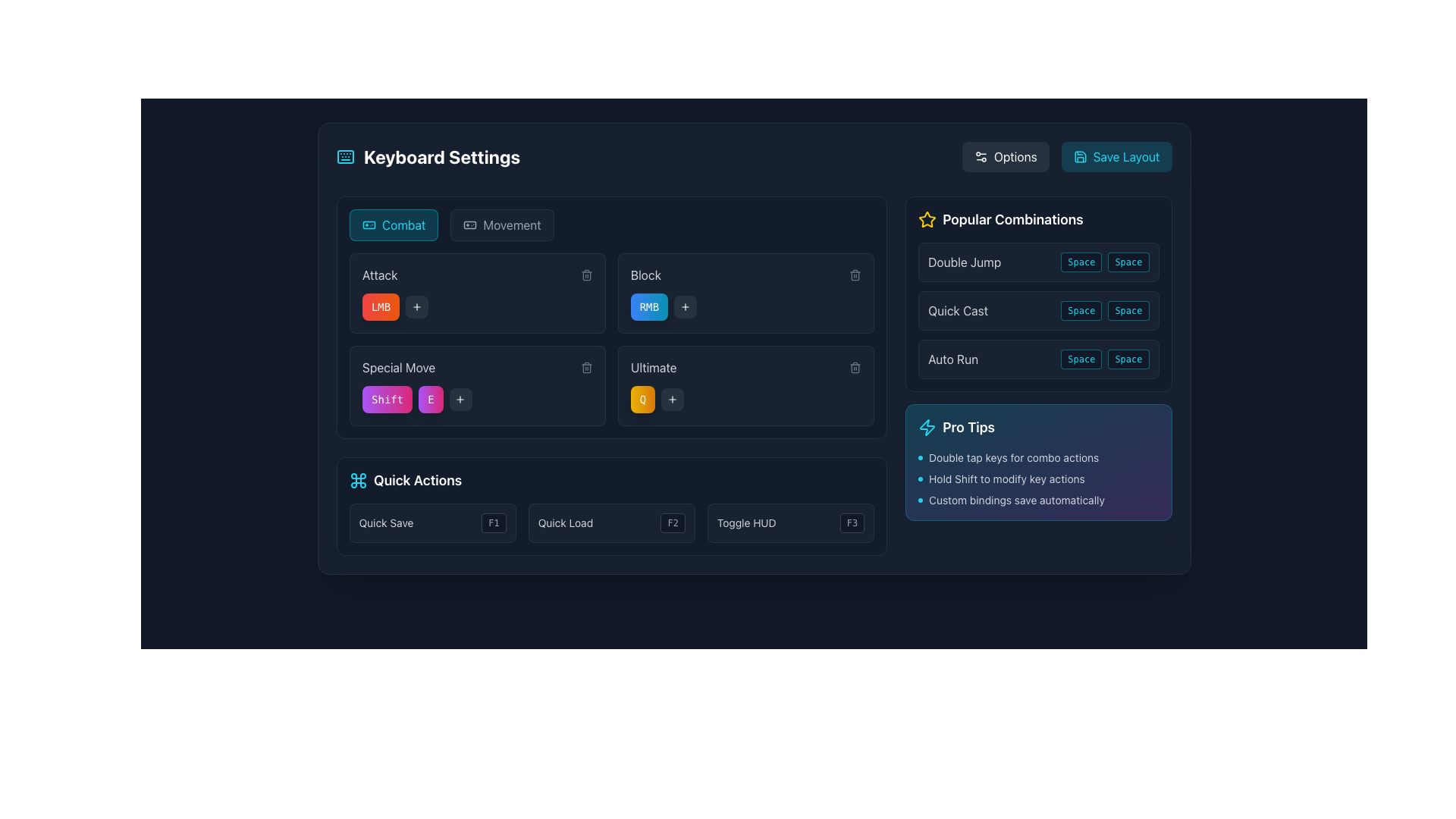 The image size is (1456, 819). What do you see at coordinates (927, 427) in the screenshot?
I see `the cyan lightning bolt icon located to the left of the 'Pro Tips' heading text in the right pane of the interface` at bounding box center [927, 427].